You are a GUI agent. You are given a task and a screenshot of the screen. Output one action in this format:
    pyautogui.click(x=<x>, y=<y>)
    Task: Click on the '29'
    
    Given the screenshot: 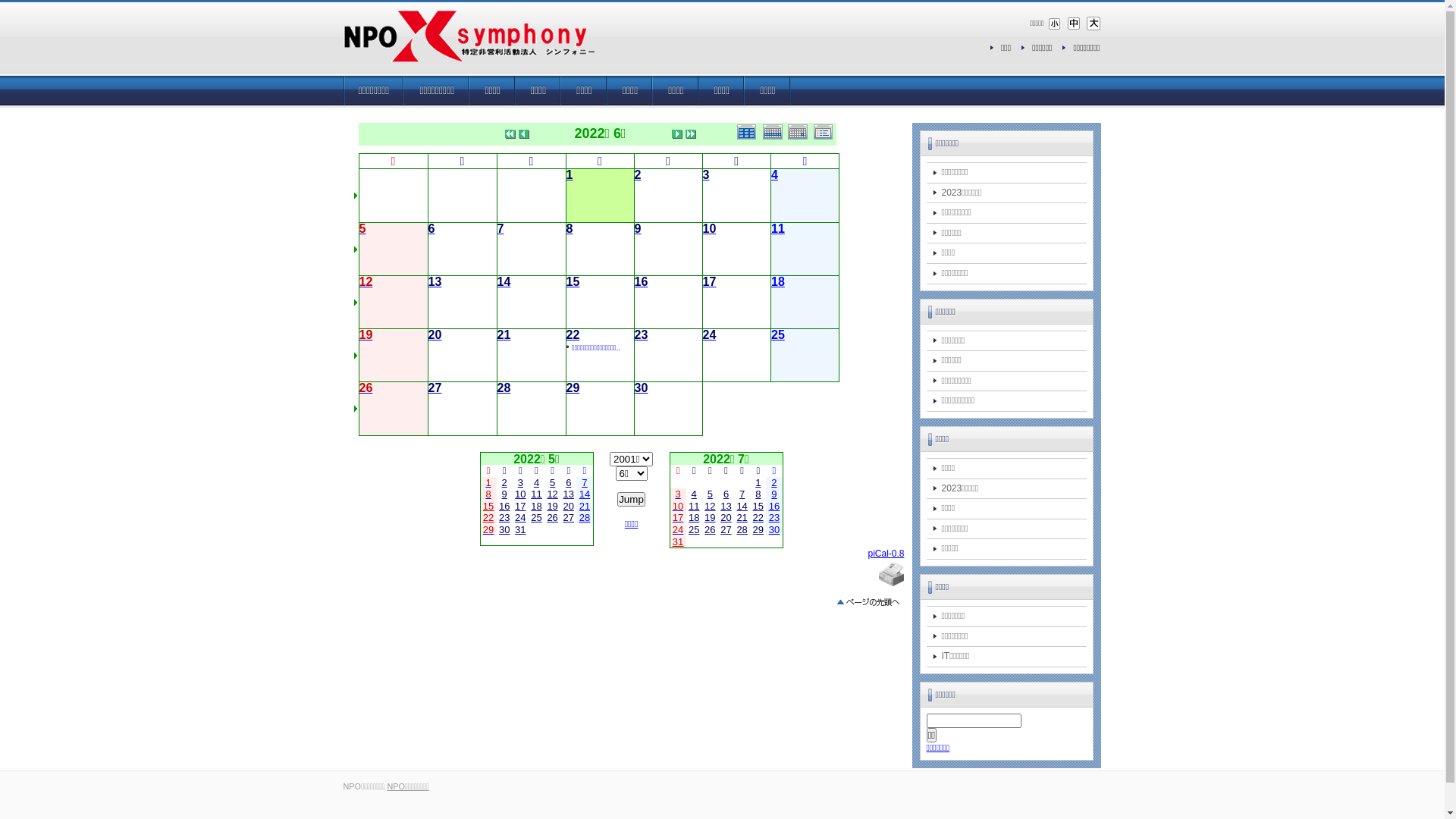 What is the action you would take?
    pyautogui.click(x=571, y=388)
    